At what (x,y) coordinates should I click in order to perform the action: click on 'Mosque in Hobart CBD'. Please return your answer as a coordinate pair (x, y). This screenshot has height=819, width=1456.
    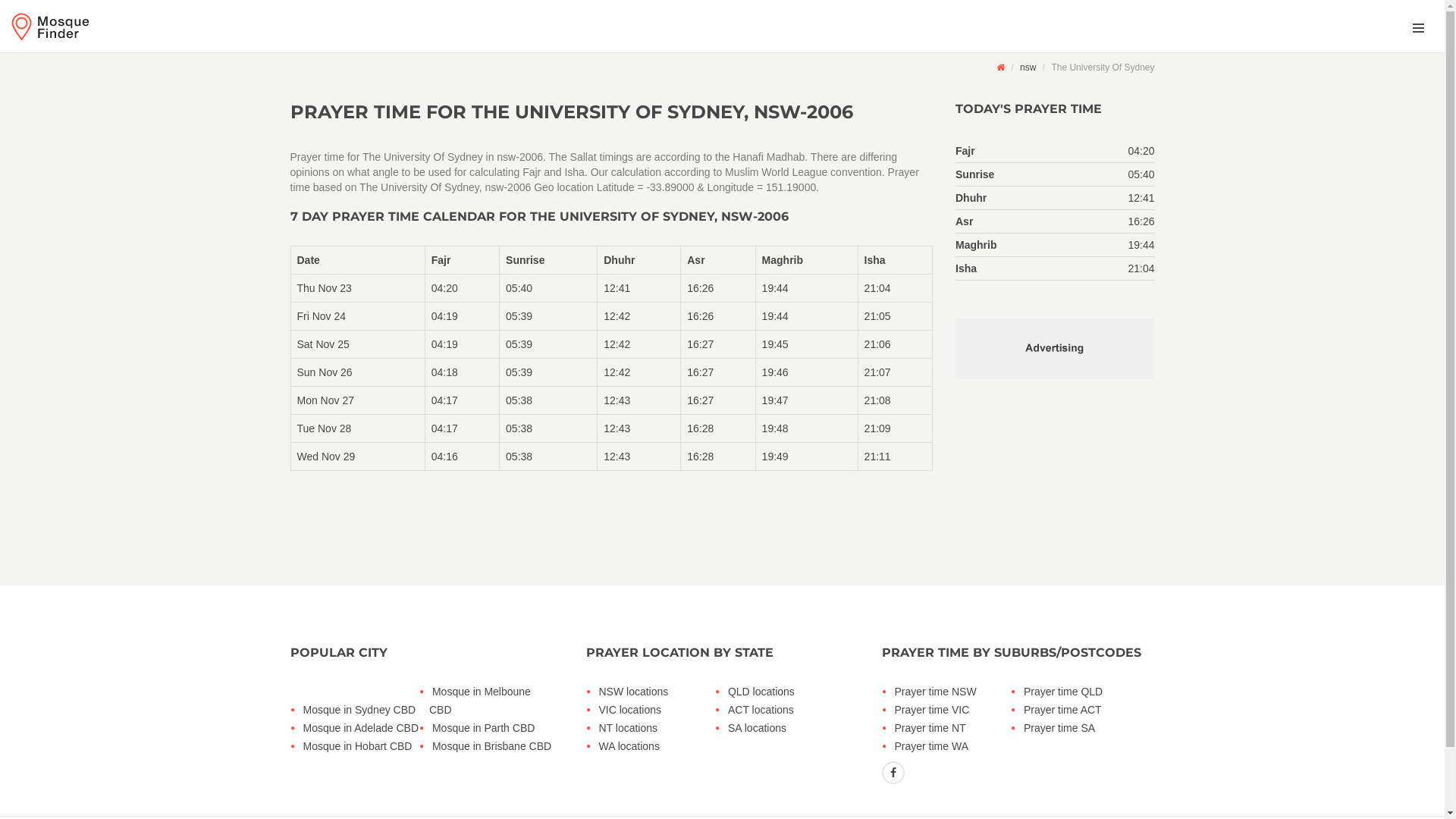
    Looking at the image, I should click on (362, 745).